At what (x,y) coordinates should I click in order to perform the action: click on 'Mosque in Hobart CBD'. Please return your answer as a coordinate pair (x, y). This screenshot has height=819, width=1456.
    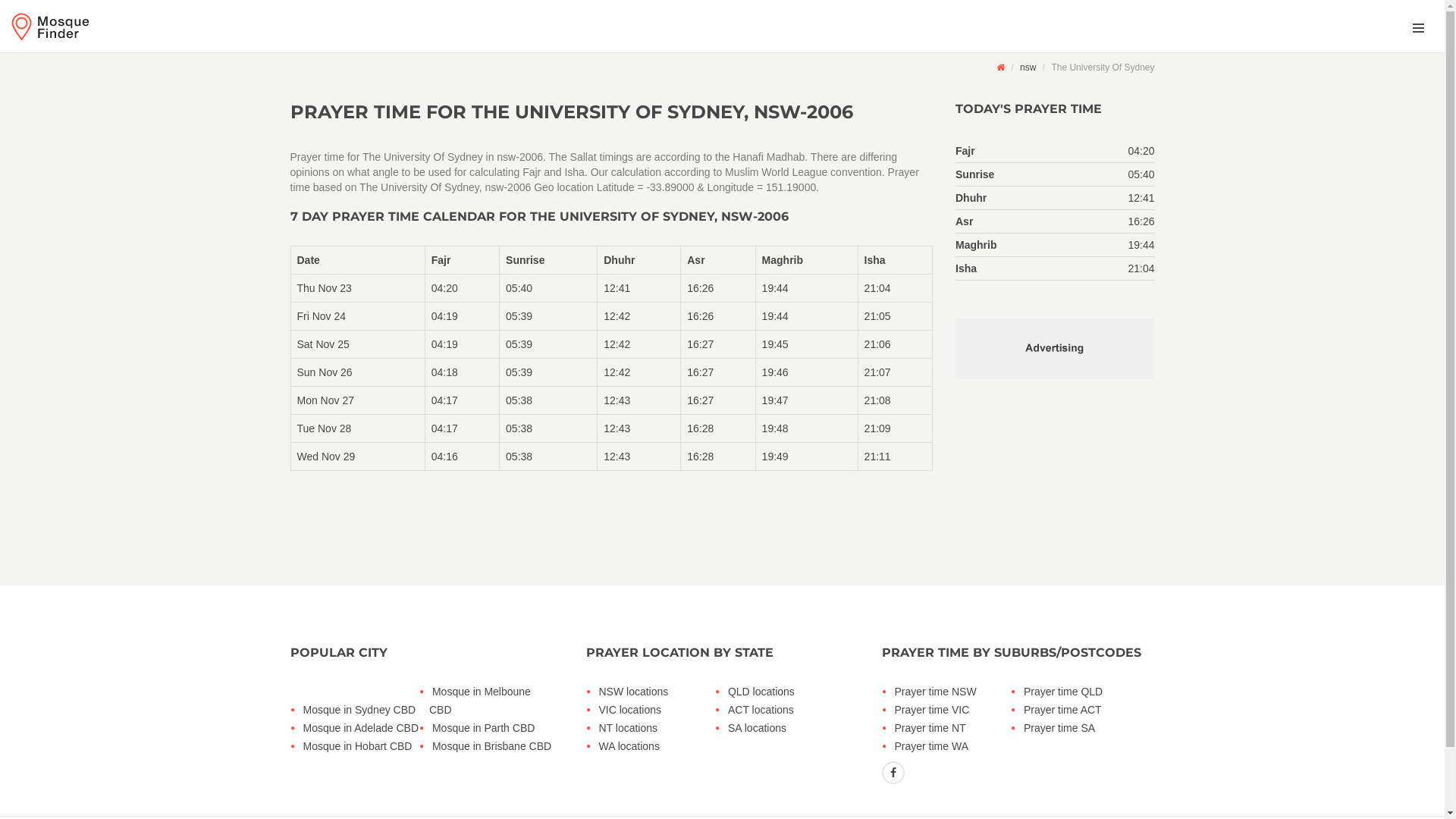
    Looking at the image, I should click on (362, 745).